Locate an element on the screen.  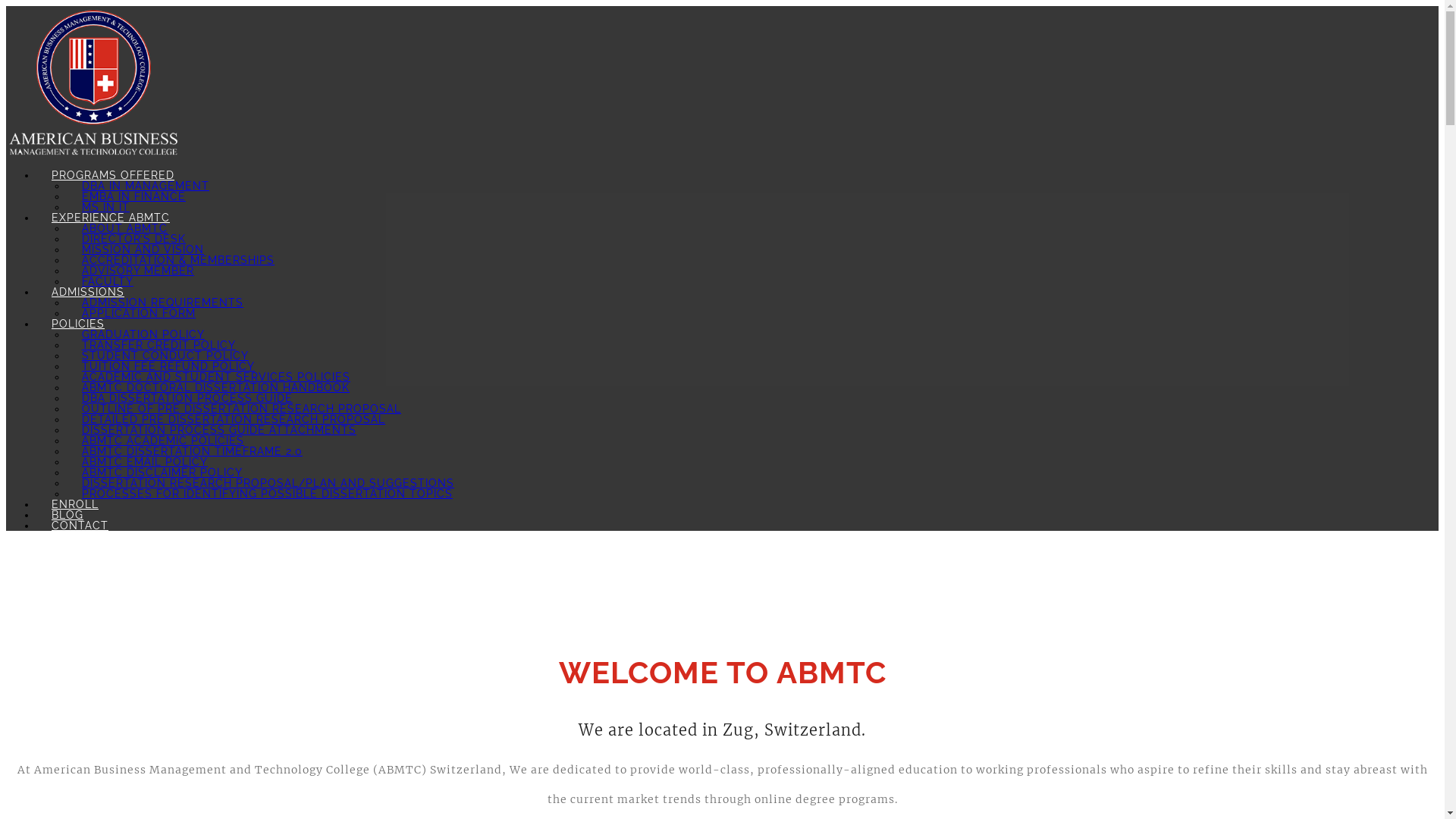
'PROGRAMS OFFERED' is located at coordinates (111, 174).